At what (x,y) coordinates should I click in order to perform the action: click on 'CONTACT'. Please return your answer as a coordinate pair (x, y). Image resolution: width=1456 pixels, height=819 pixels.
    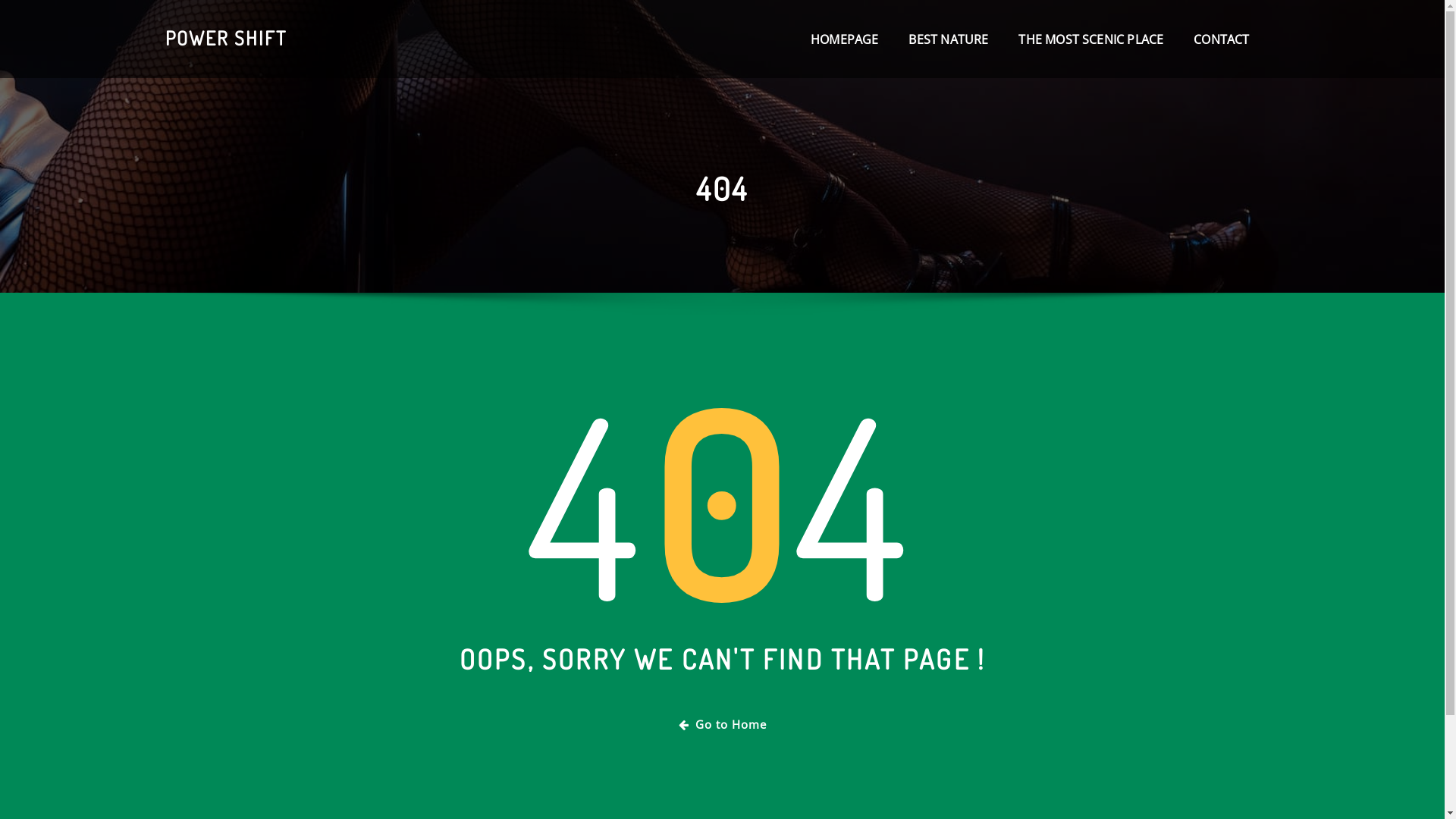
    Looking at the image, I should click on (1221, 38).